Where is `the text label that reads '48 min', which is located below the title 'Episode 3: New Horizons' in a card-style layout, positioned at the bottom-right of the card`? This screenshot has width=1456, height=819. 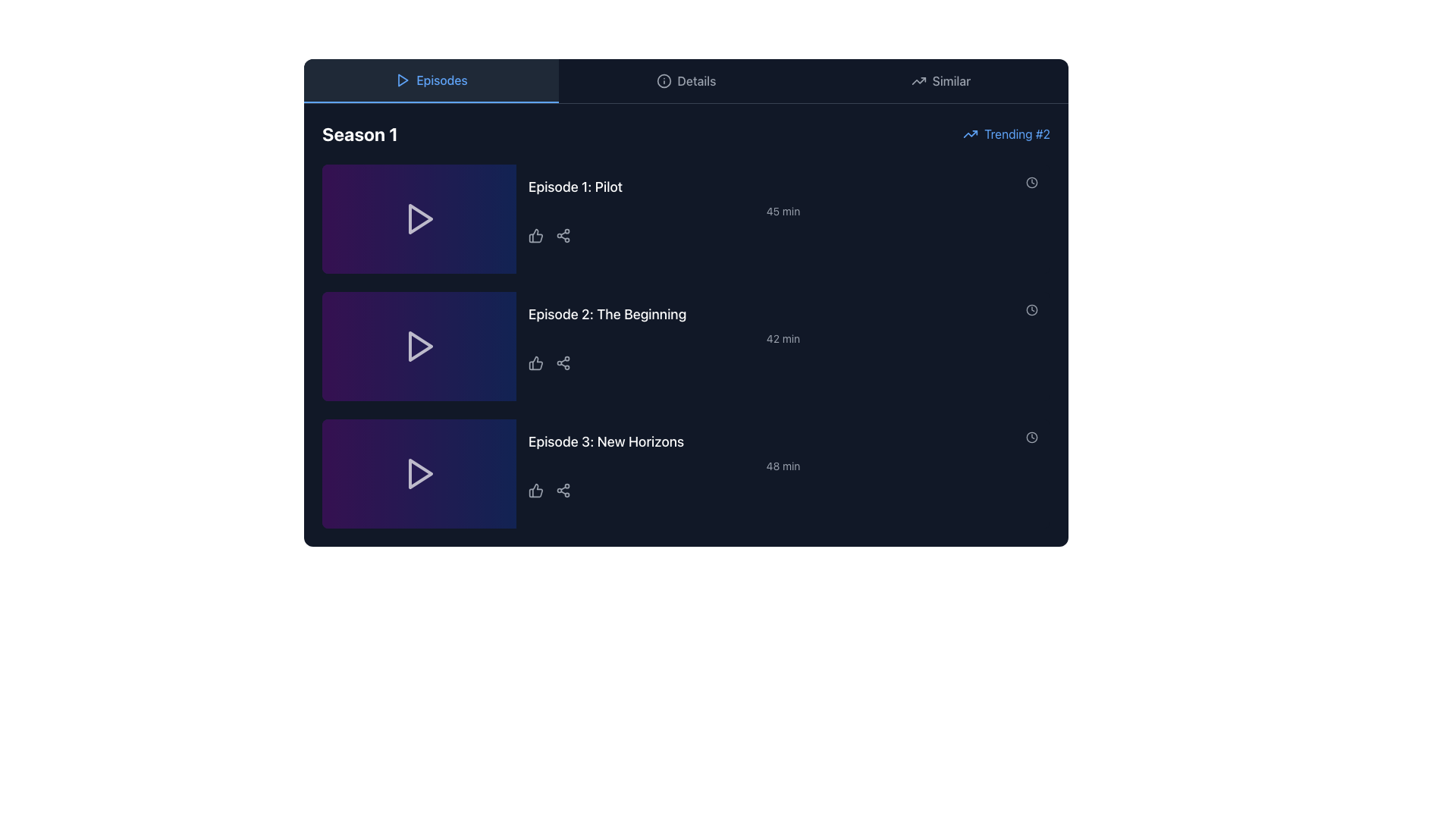 the text label that reads '48 min', which is located below the title 'Episode 3: New Horizons' in a card-style layout, positioned at the bottom-right of the card is located at coordinates (783, 465).